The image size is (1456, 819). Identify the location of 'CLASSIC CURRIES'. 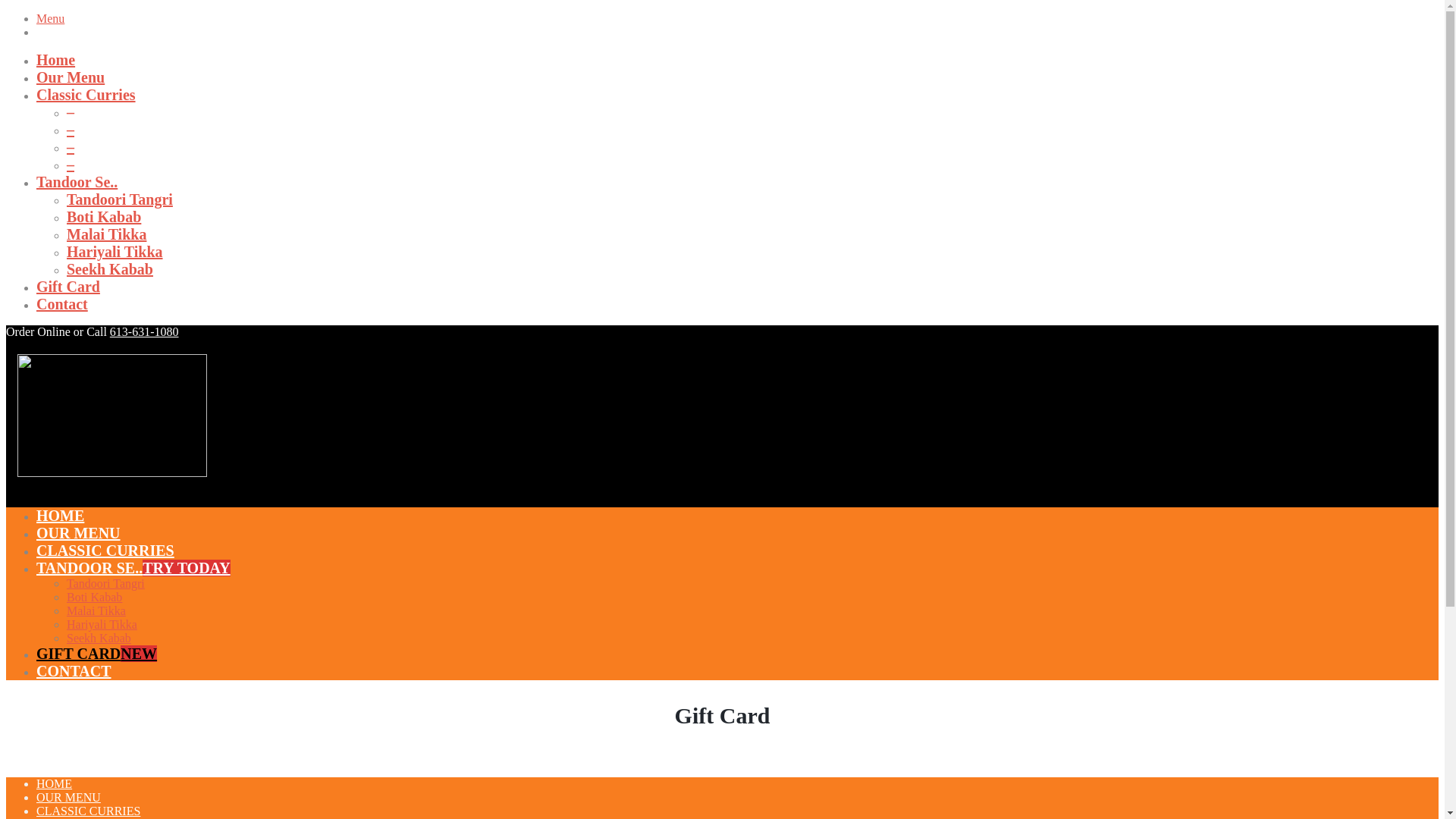
(105, 550).